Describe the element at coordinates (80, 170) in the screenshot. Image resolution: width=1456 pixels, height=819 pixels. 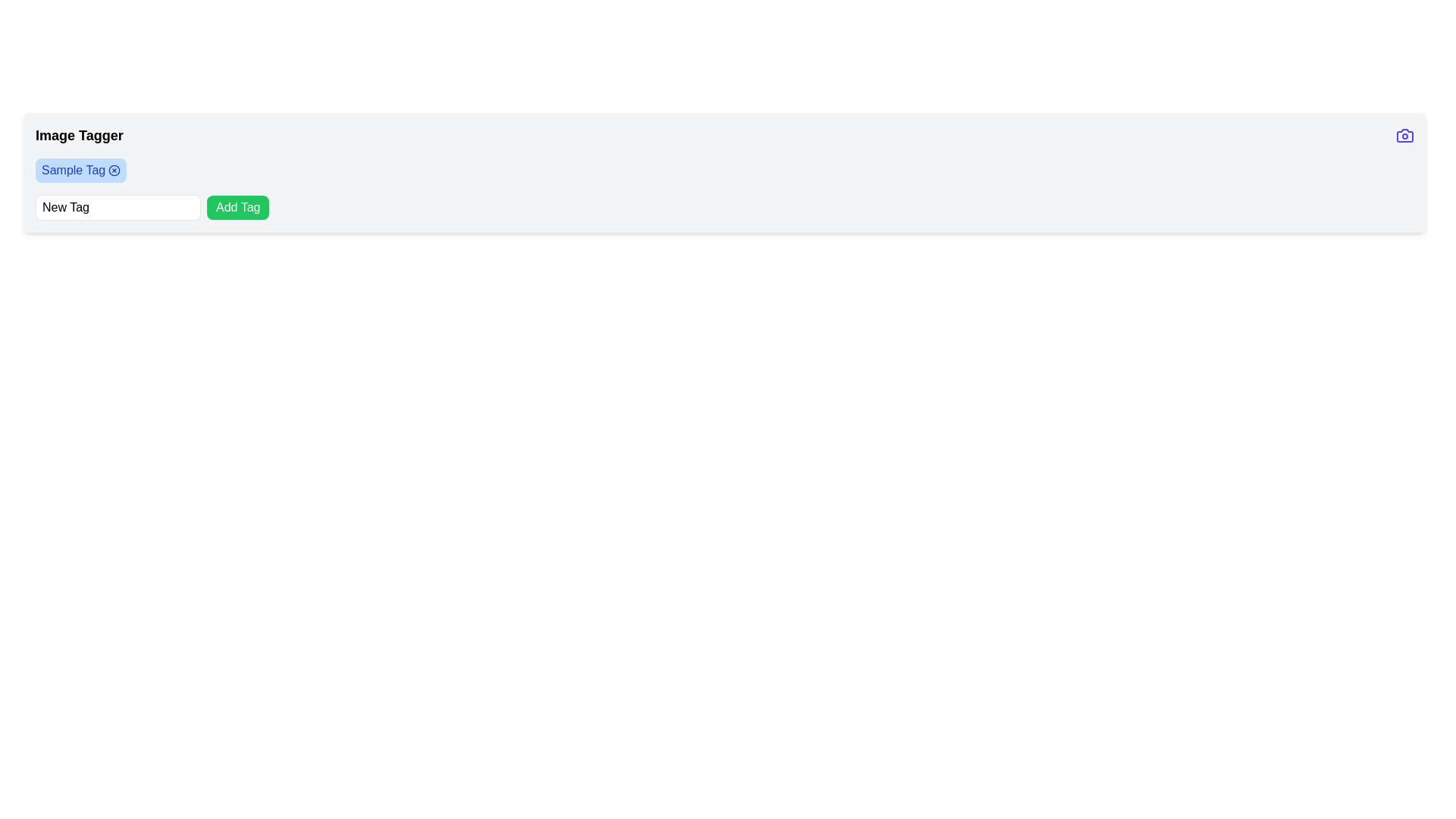
I see `the 'Sample Tag' element, which is a rounded rectangular tag with a light blue background, blue text, and a close icon on the right, located in the 'Image Tagger' section` at that location.